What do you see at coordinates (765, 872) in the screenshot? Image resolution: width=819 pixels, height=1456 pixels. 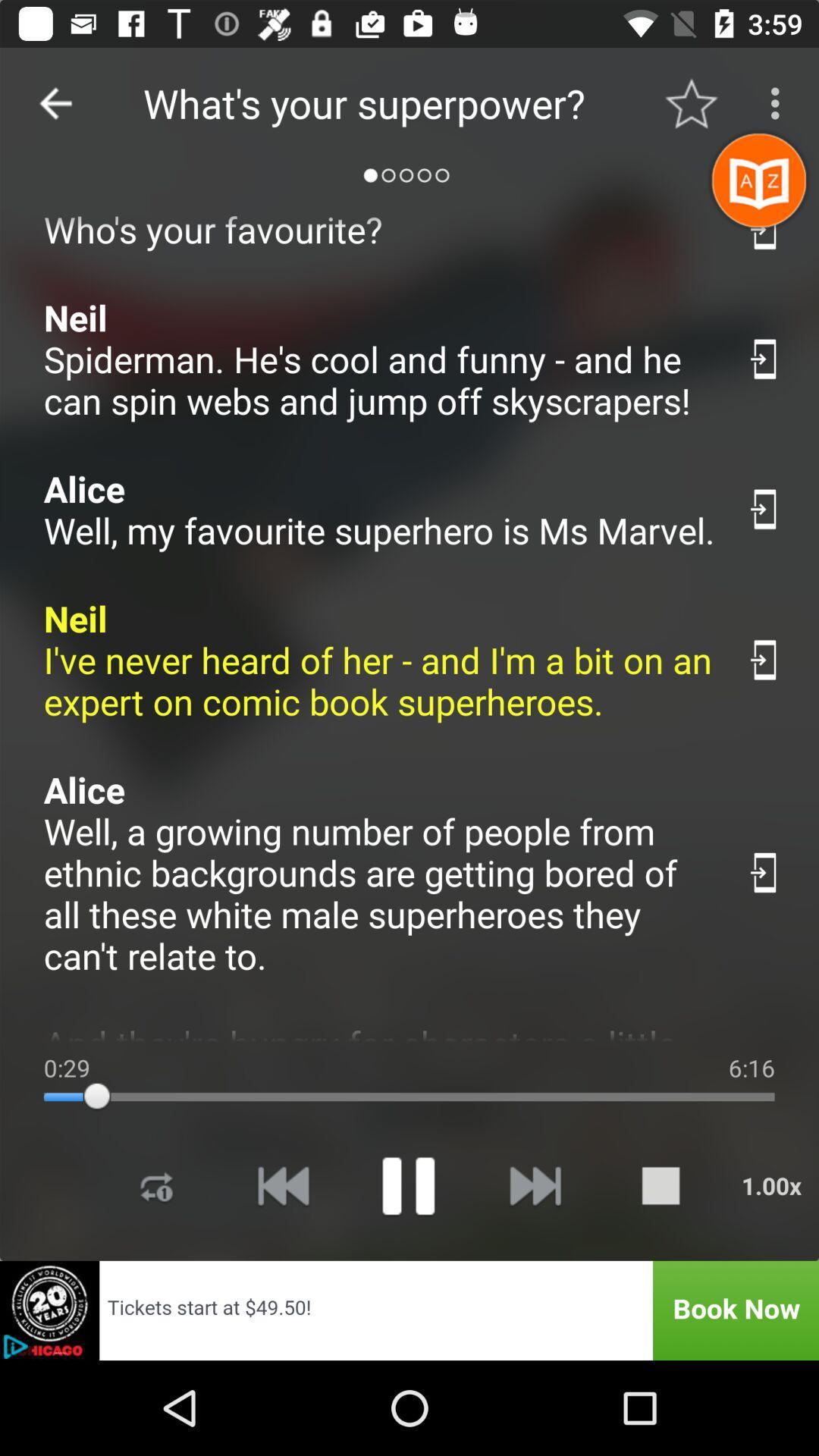 I see `quote` at bounding box center [765, 872].